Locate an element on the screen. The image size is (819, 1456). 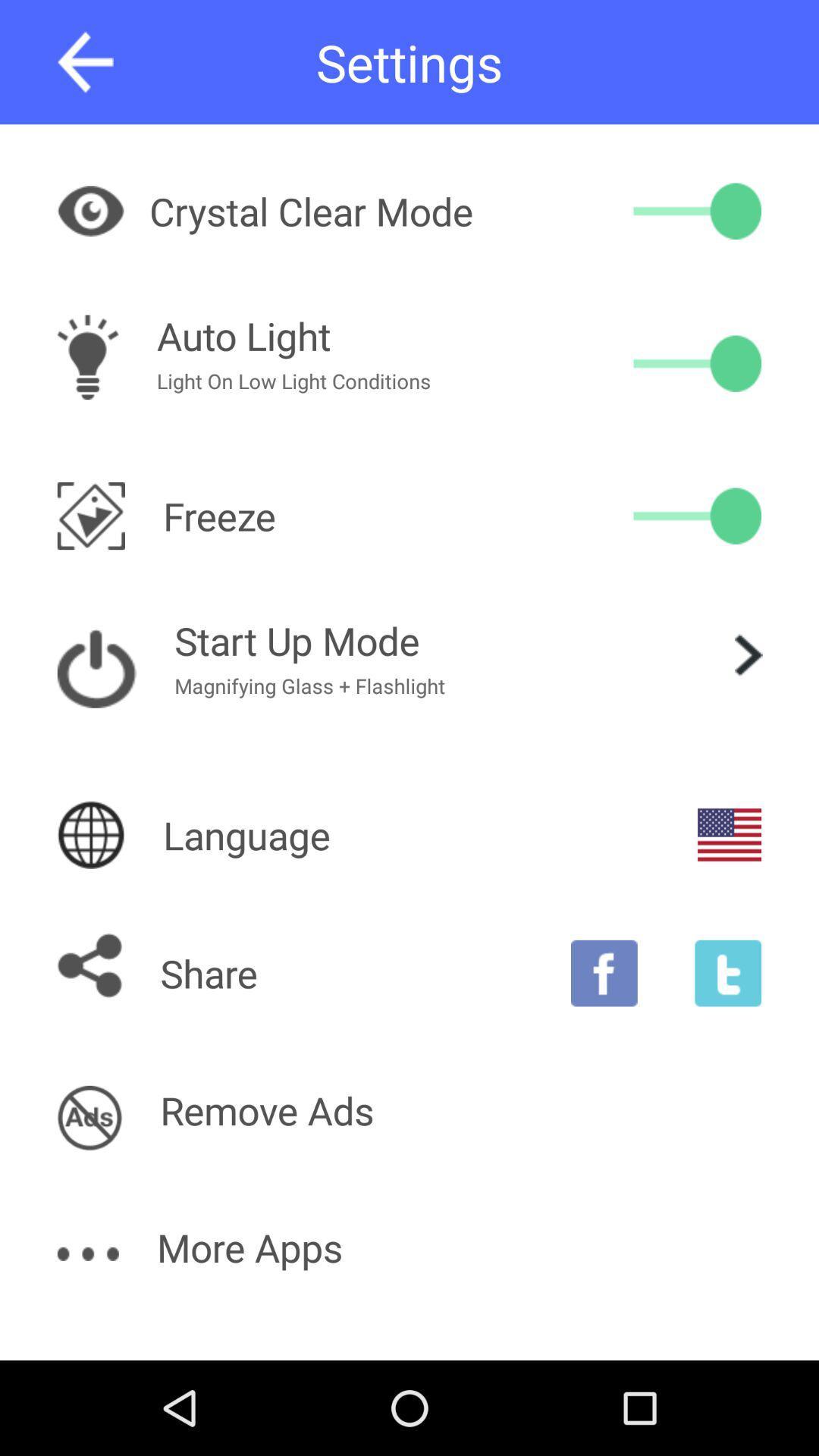
share on tumblr is located at coordinates (727, 973).